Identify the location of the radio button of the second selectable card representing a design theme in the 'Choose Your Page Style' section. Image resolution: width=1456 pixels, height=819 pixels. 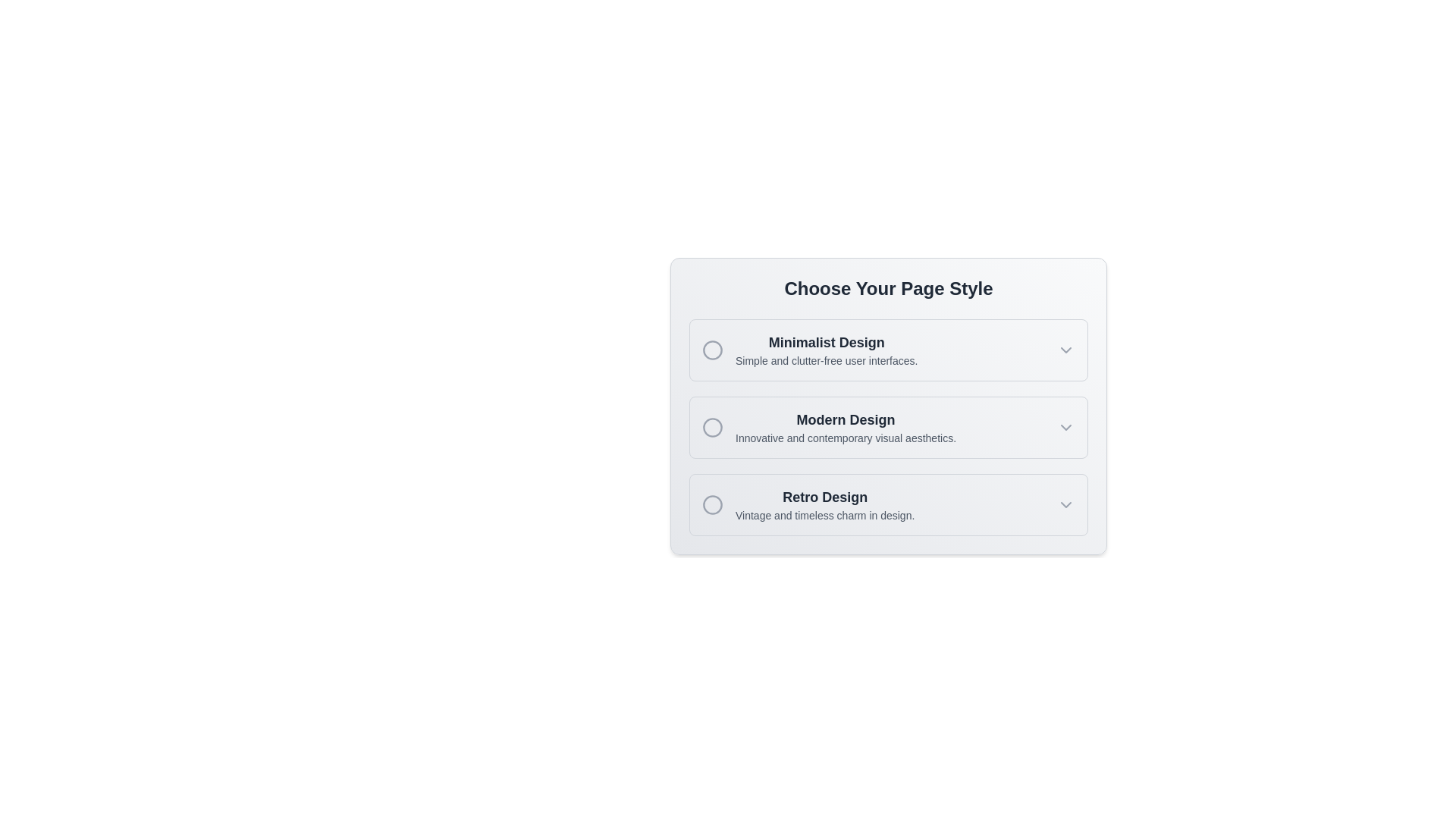
(888, 427).